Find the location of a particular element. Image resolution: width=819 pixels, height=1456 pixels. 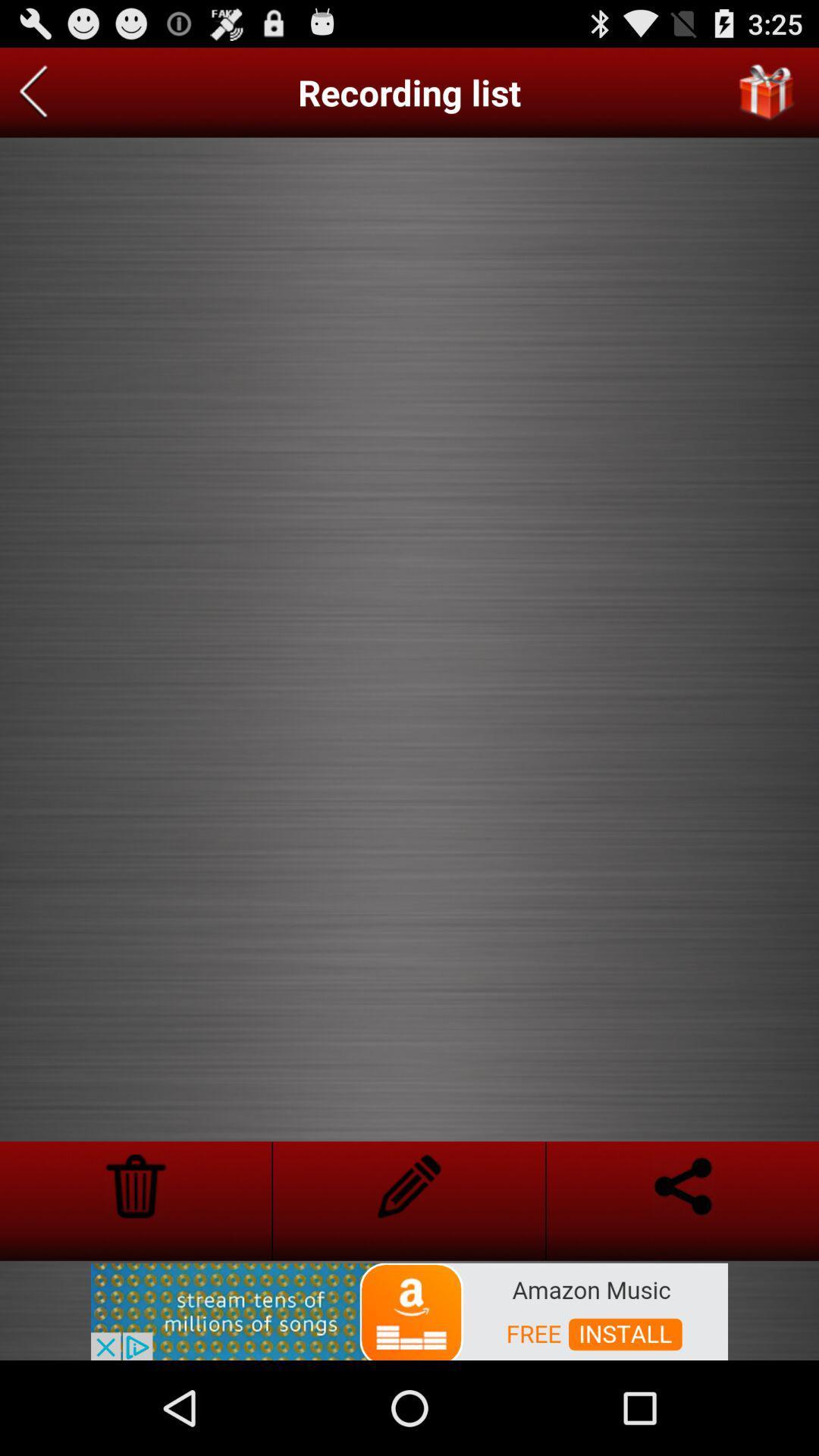

rite page is located at coordinates (408, 1185).